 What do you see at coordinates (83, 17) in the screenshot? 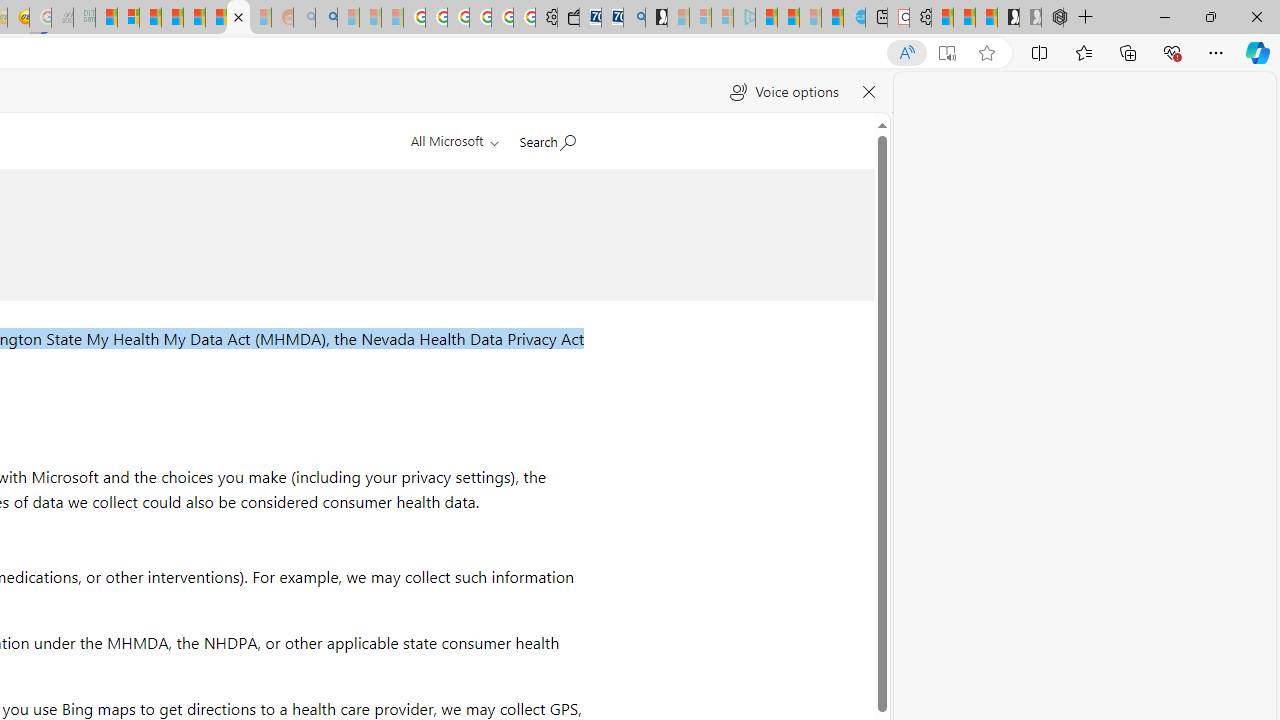
I see `'DITOGAMES AG Imprint - Sleeping'` at bounding box center [83, 17].